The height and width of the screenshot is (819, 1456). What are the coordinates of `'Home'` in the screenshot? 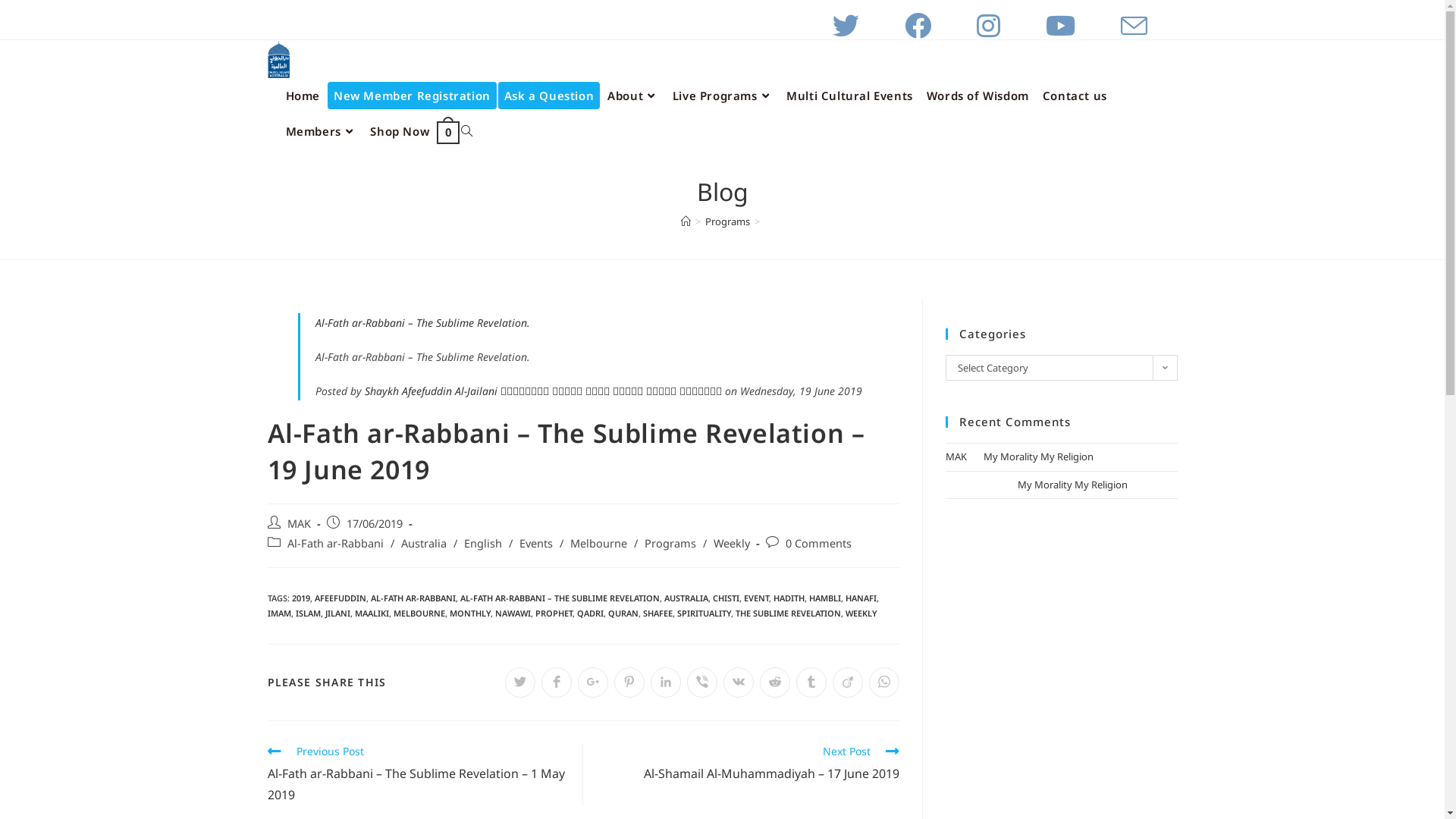 It's located at (303, 96).